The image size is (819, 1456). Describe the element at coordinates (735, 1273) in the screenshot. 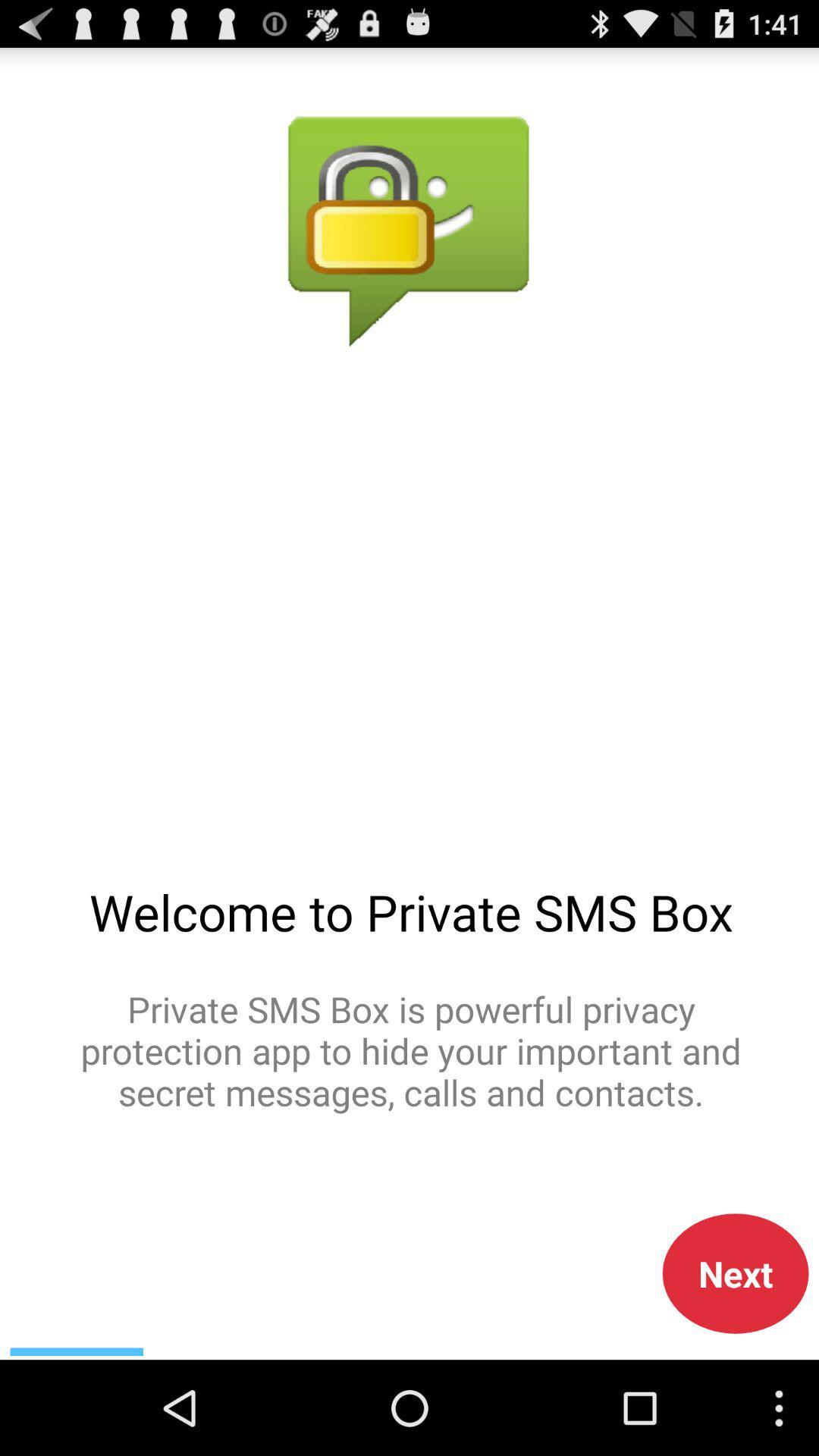

I see `next button` at that location.